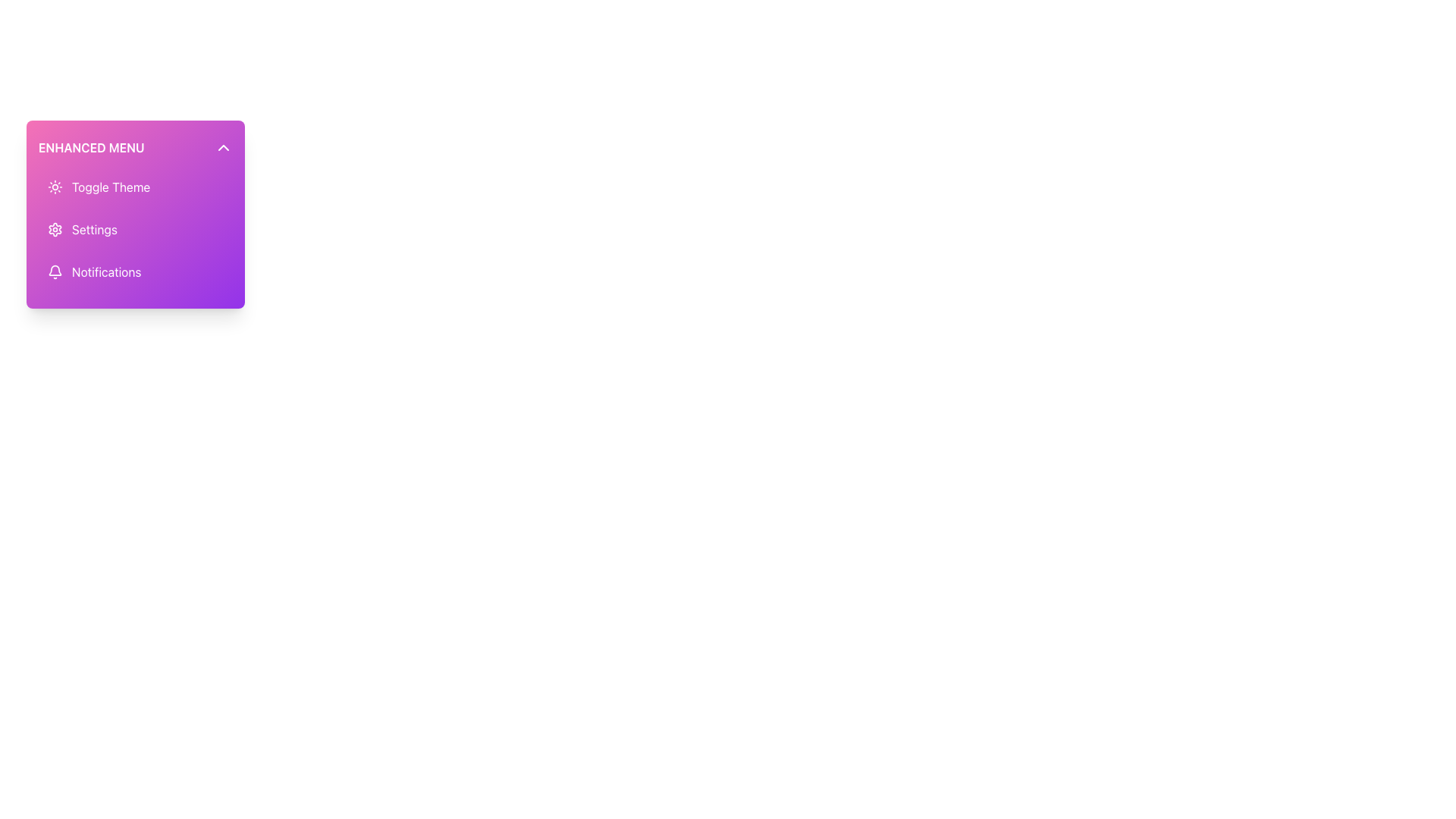 The height and width of the screenshot is (819, 1456). Describe the element at coordinates (55, 230) in the screenshot. I see `the decorative icon that represents the settings feature, located in the middle segment of the menu list under the 'Enhanced Menu' title, to the left of the label 'Settings'` at that location.